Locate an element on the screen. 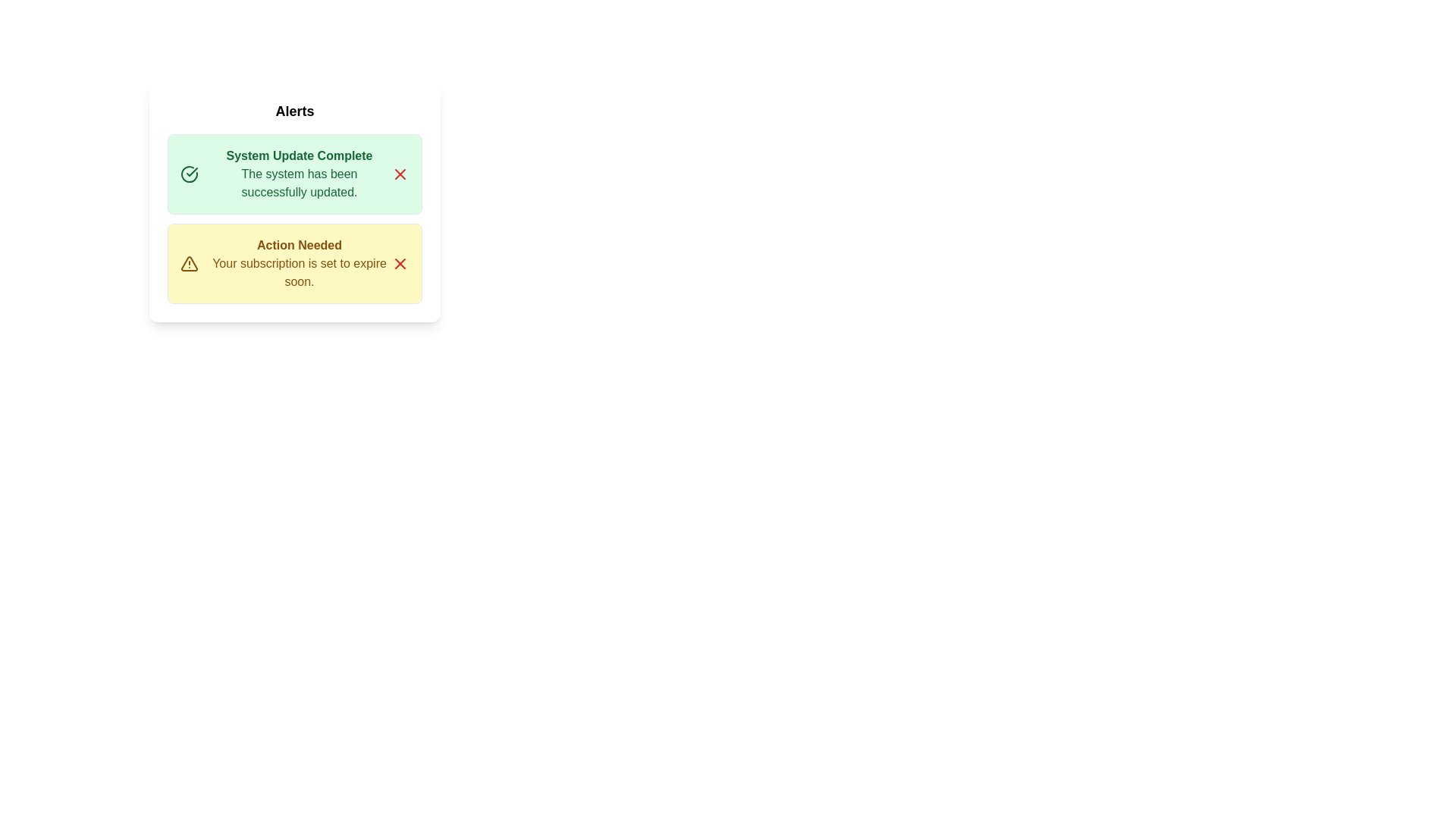 The width and height of the screenshot is (1456, 819). the notification header to focus on its details is located at coordinates (294, 155).